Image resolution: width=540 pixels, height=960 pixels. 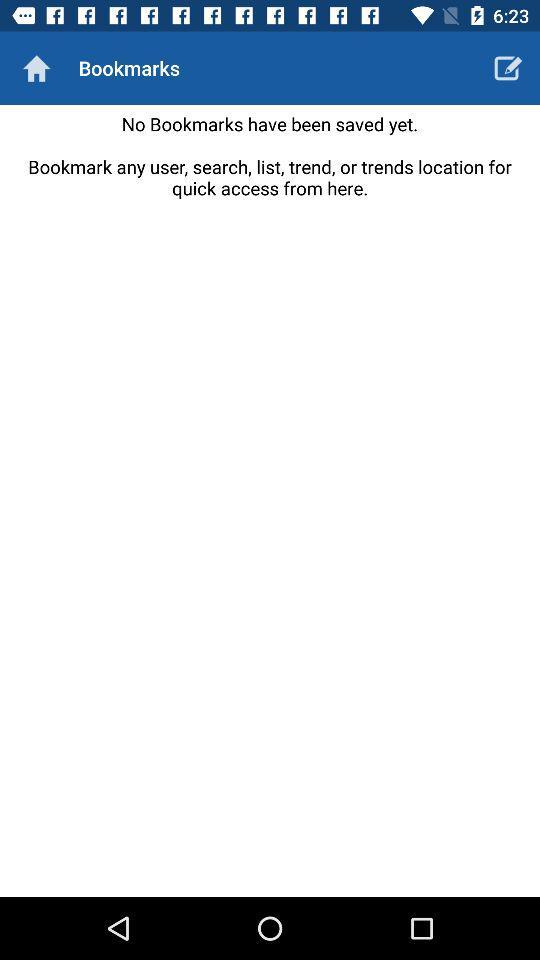 I want to click on the item to the left of the bookmarks icon, so click(x=36, y=68).